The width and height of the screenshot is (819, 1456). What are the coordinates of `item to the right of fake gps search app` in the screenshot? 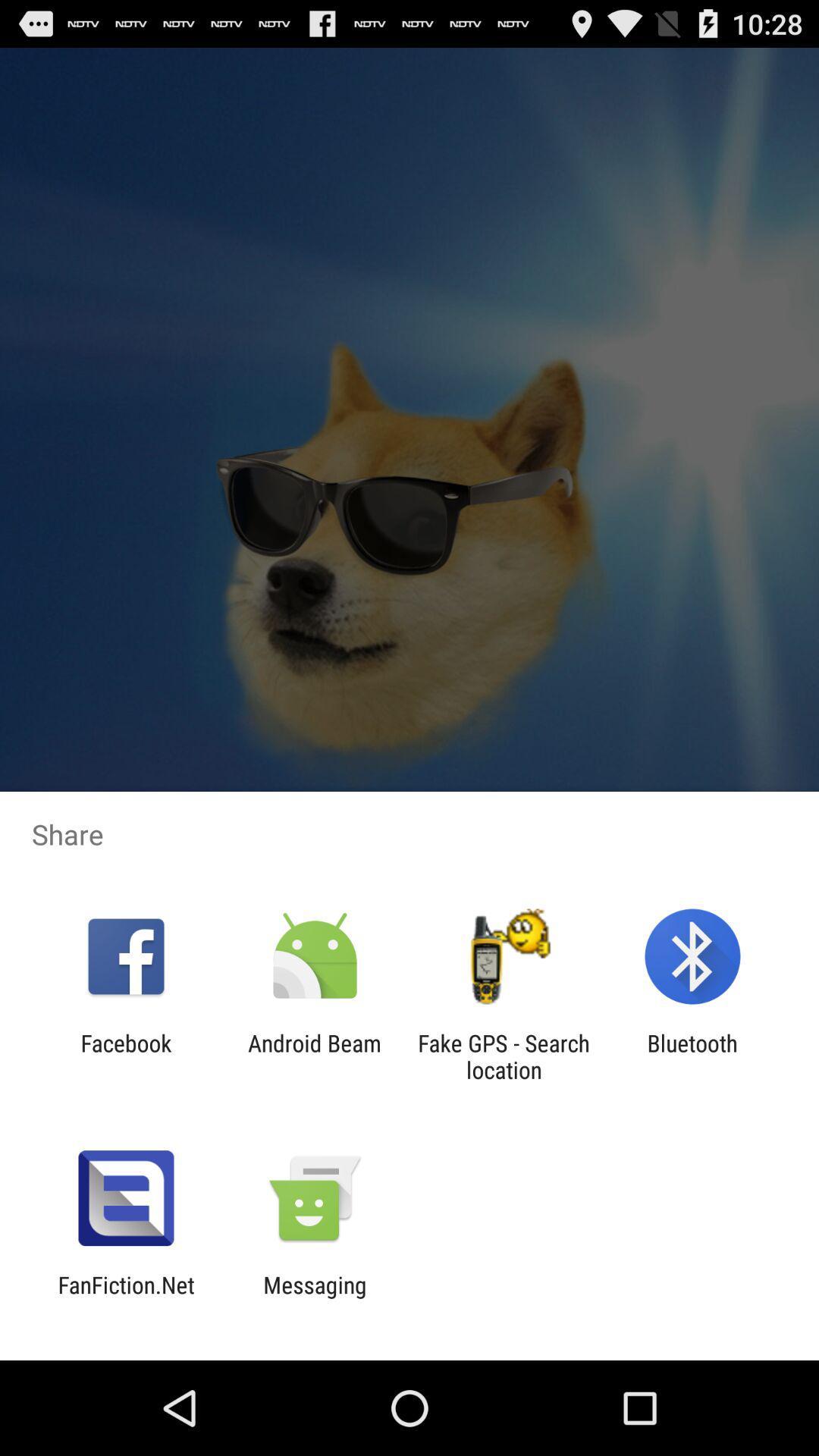 It's located at (692, 1056).